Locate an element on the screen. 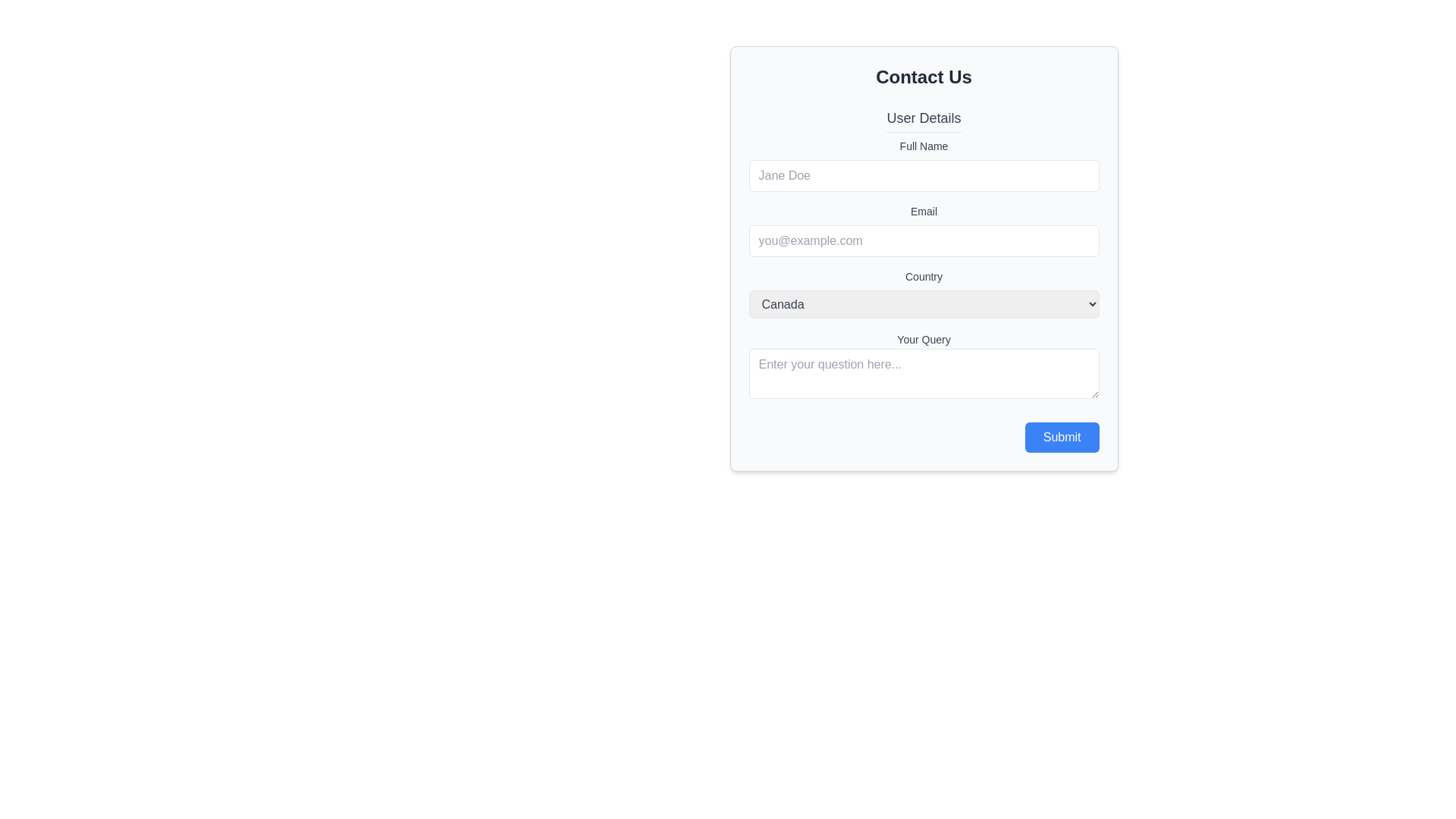 The height and width of the screenshot is (819, 1456). text label displaying 'Your Query', which is positioned above the text input field in the form interface is located at coordinates (923, 338).